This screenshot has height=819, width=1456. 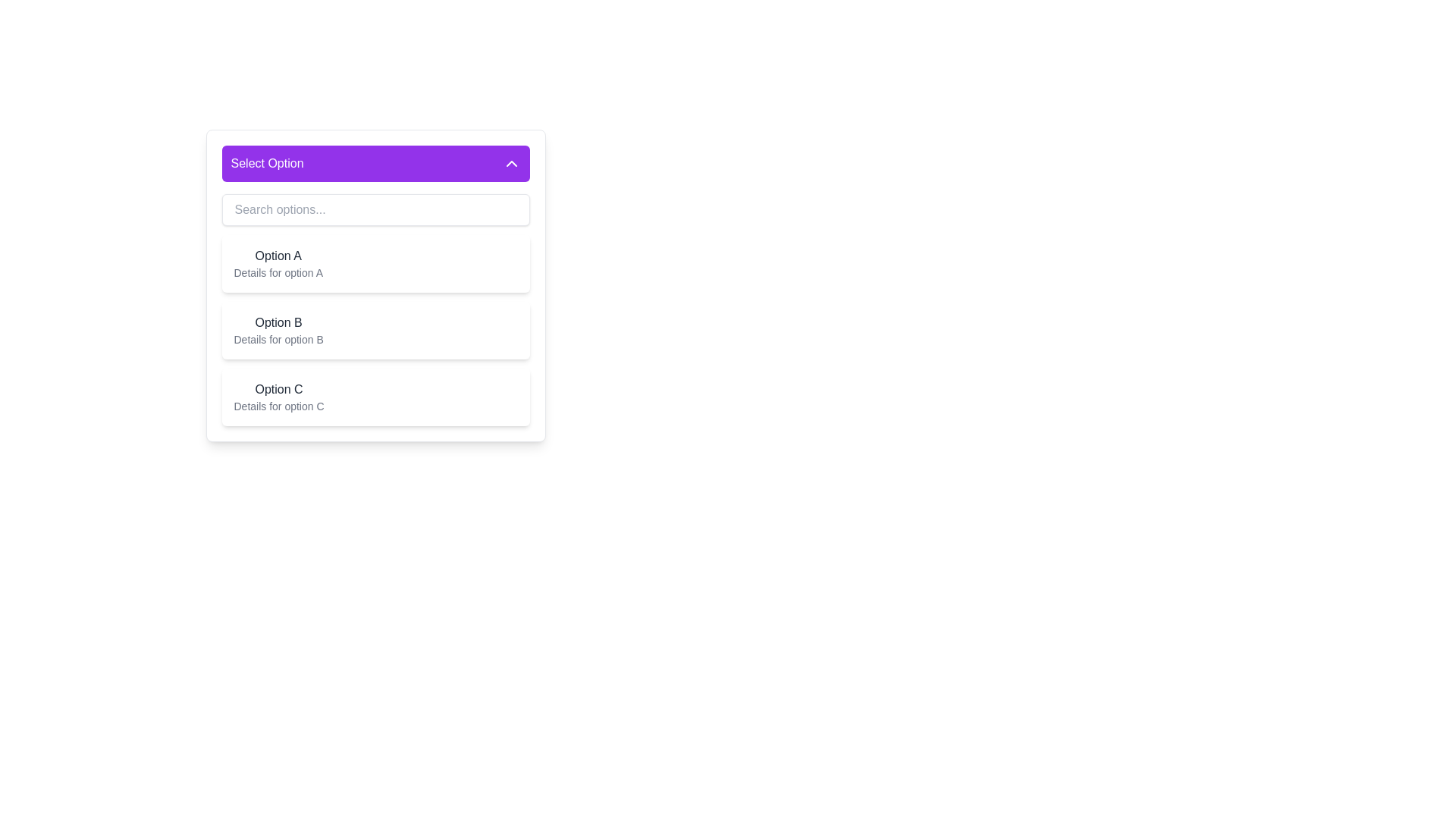 What do you see at coordinates (375, 329) in the screenshot?
I see `the 'Option B' selection card in the dropdown list` at bounding box center [375, 329].